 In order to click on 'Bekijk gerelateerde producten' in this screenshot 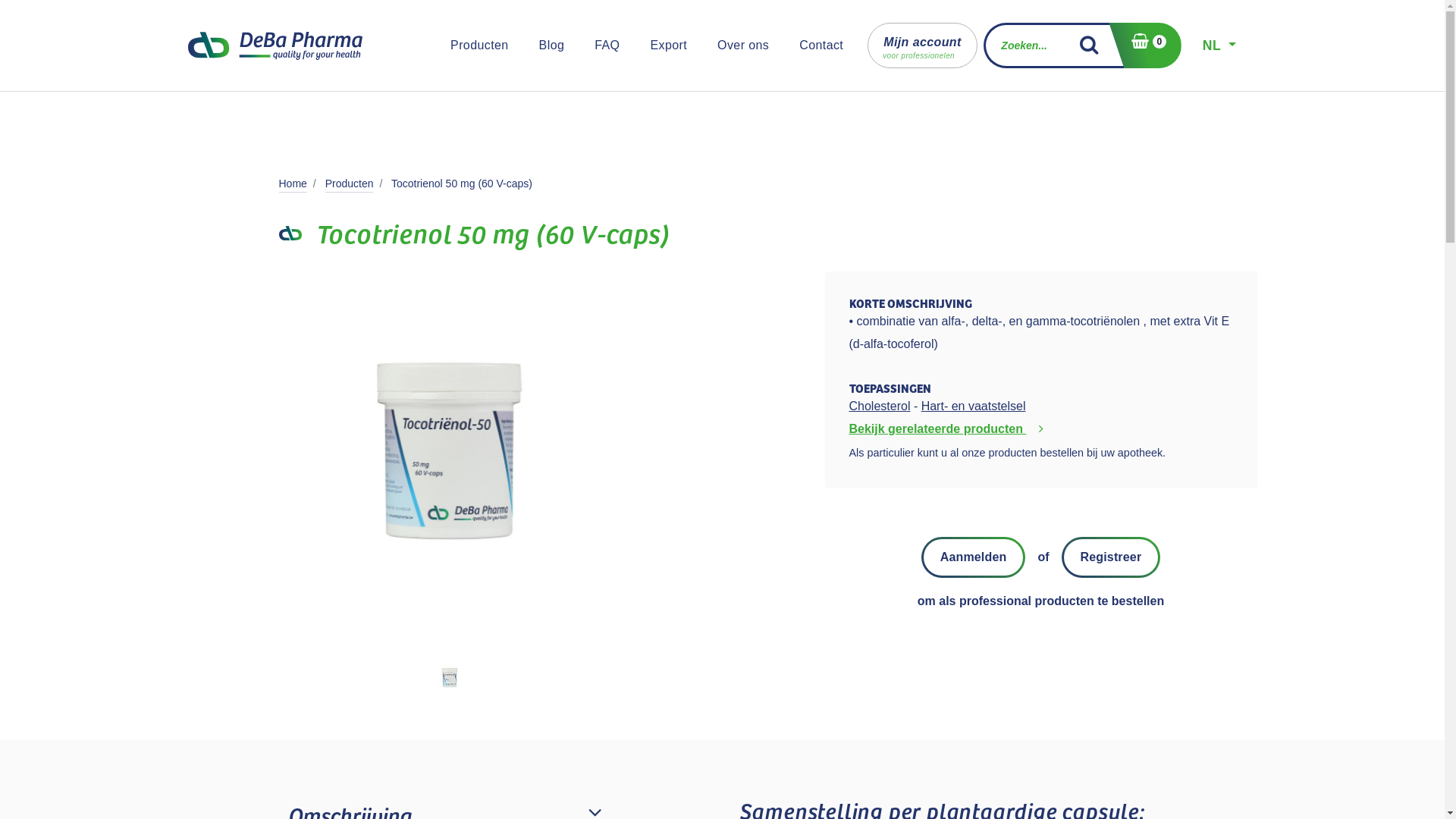, I will do `click(949, 428)`.